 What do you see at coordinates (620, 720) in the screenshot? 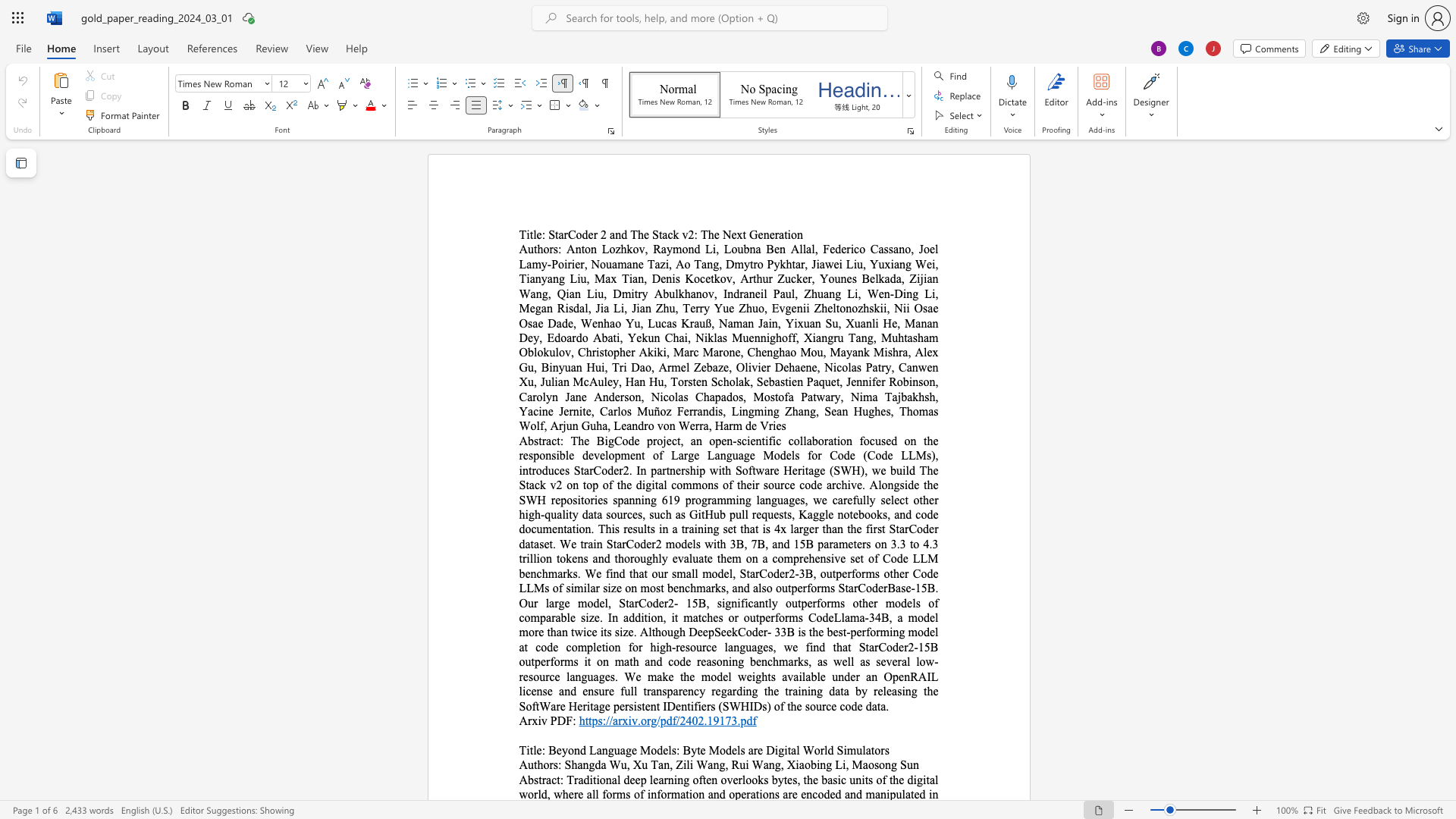
I see `the 1th character "r" in the text` at bounding box center [620, 720].